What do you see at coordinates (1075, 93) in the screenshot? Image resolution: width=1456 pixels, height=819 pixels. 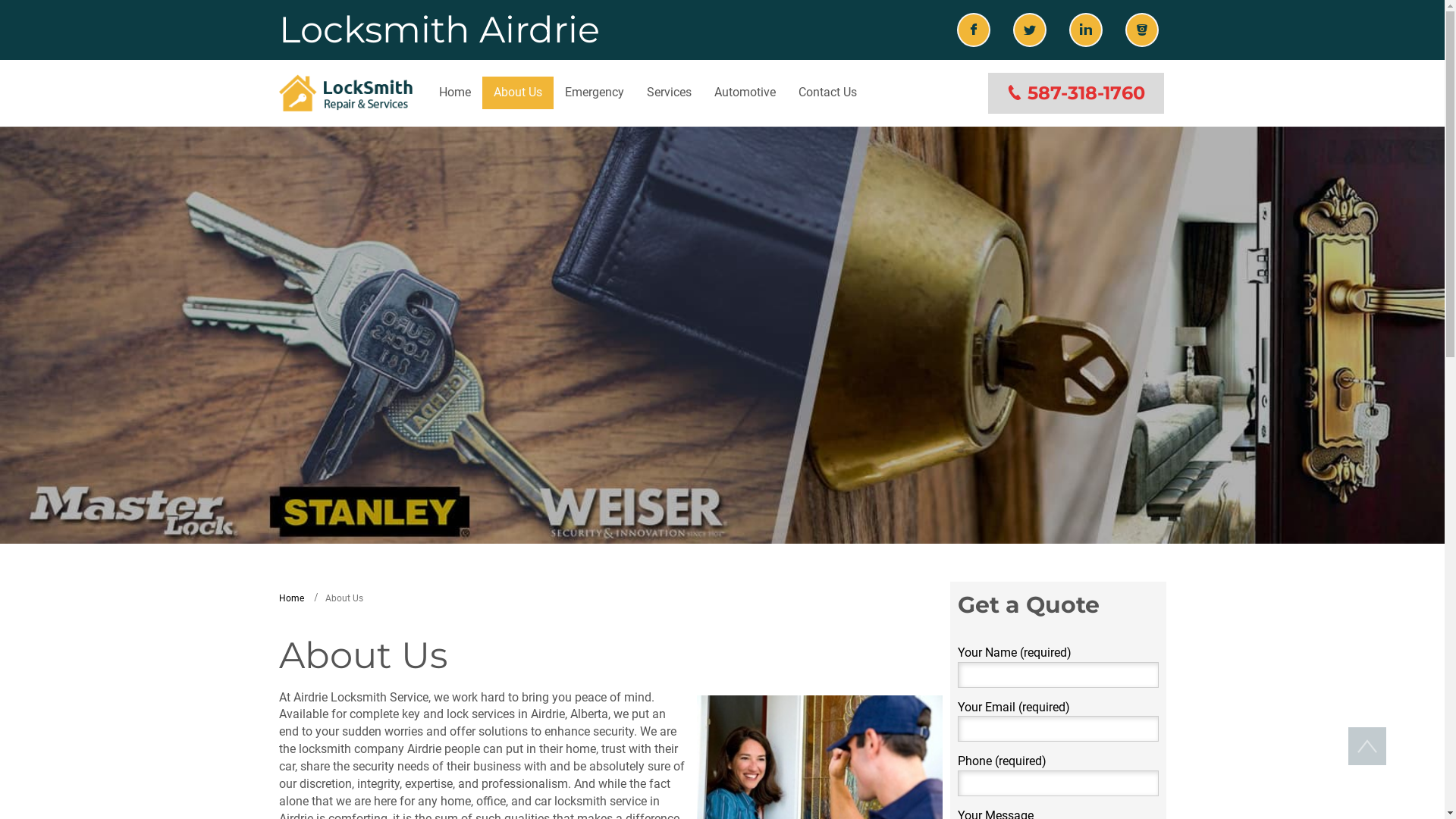 I see `'587-318-1760'` at bounding box center [1075, 93].